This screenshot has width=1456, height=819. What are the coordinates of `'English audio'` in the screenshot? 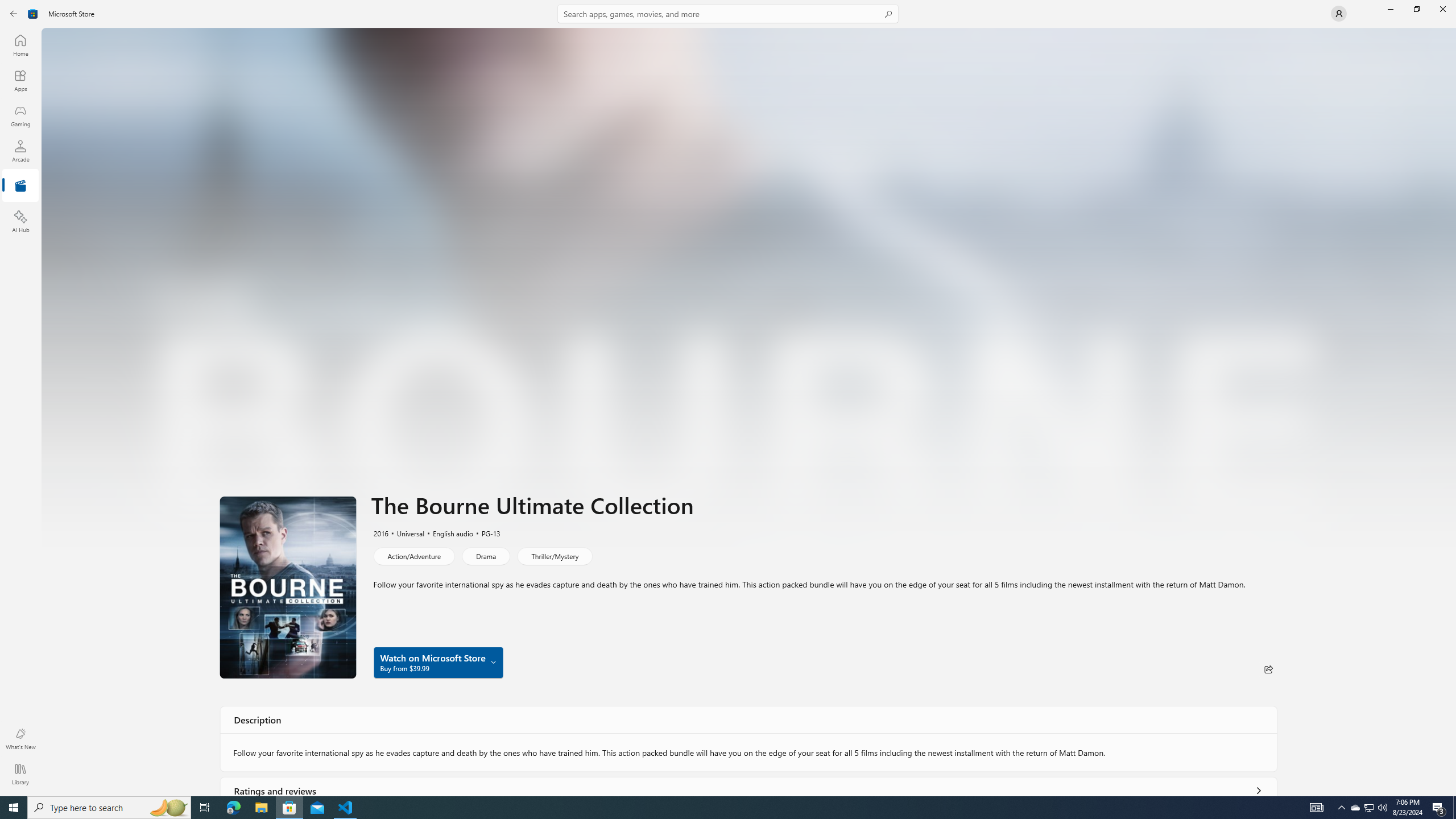 It's located at (447, 533).